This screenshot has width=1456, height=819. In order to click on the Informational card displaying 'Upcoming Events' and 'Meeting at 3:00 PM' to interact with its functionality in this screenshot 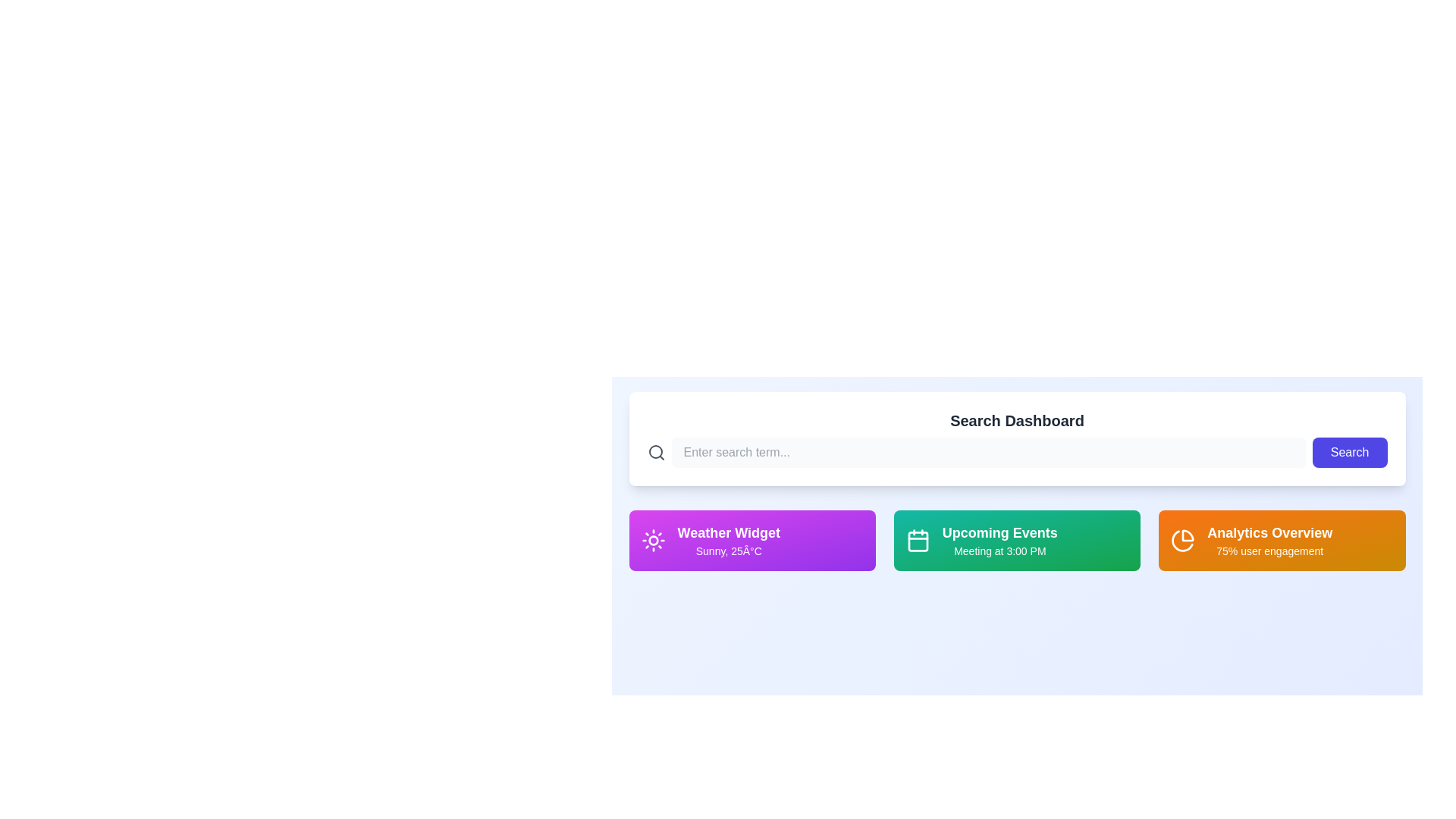, I will do `click(999, 540)`.